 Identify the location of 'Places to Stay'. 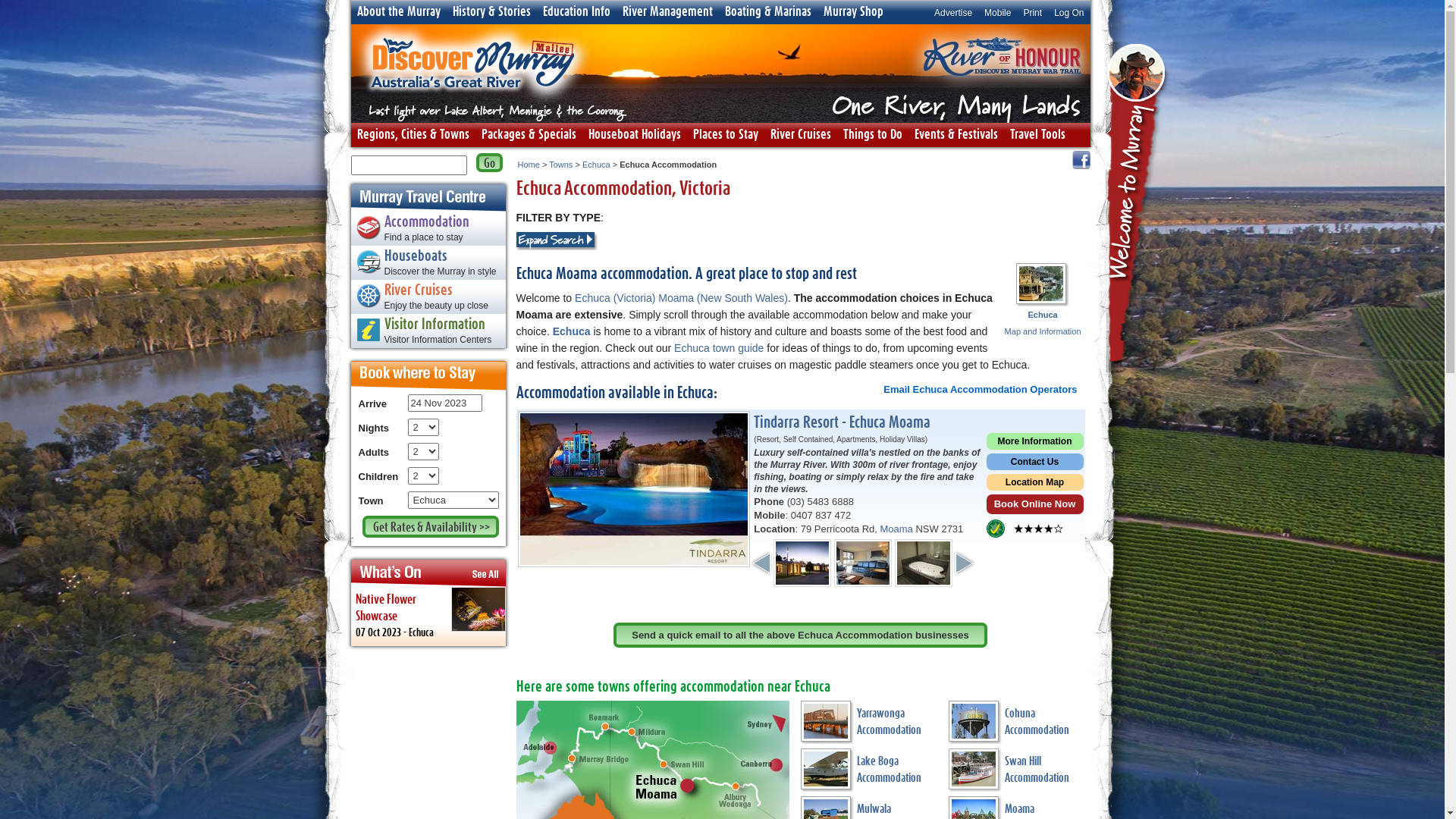
(724, 133).